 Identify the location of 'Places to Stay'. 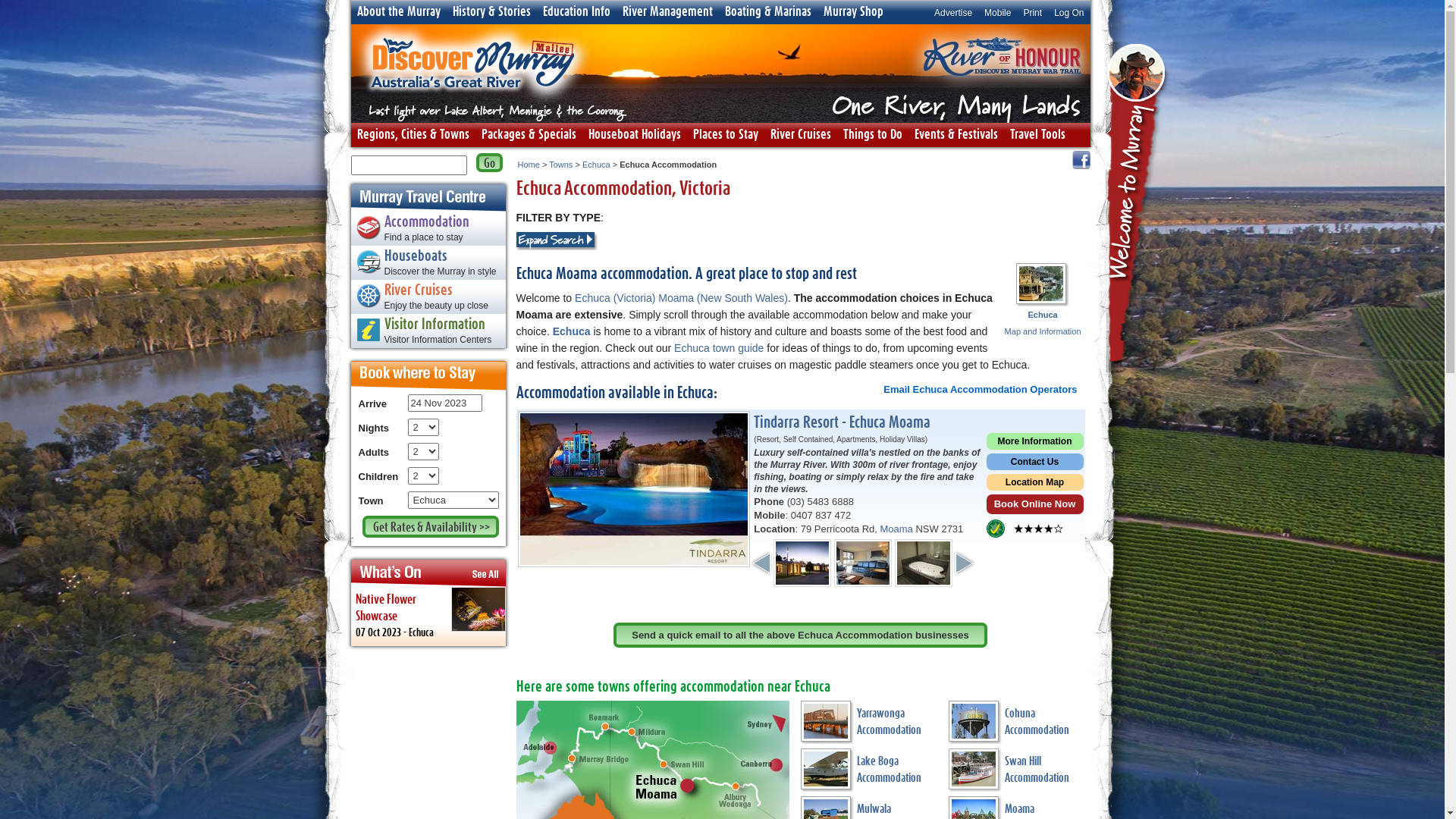
(724, 133).